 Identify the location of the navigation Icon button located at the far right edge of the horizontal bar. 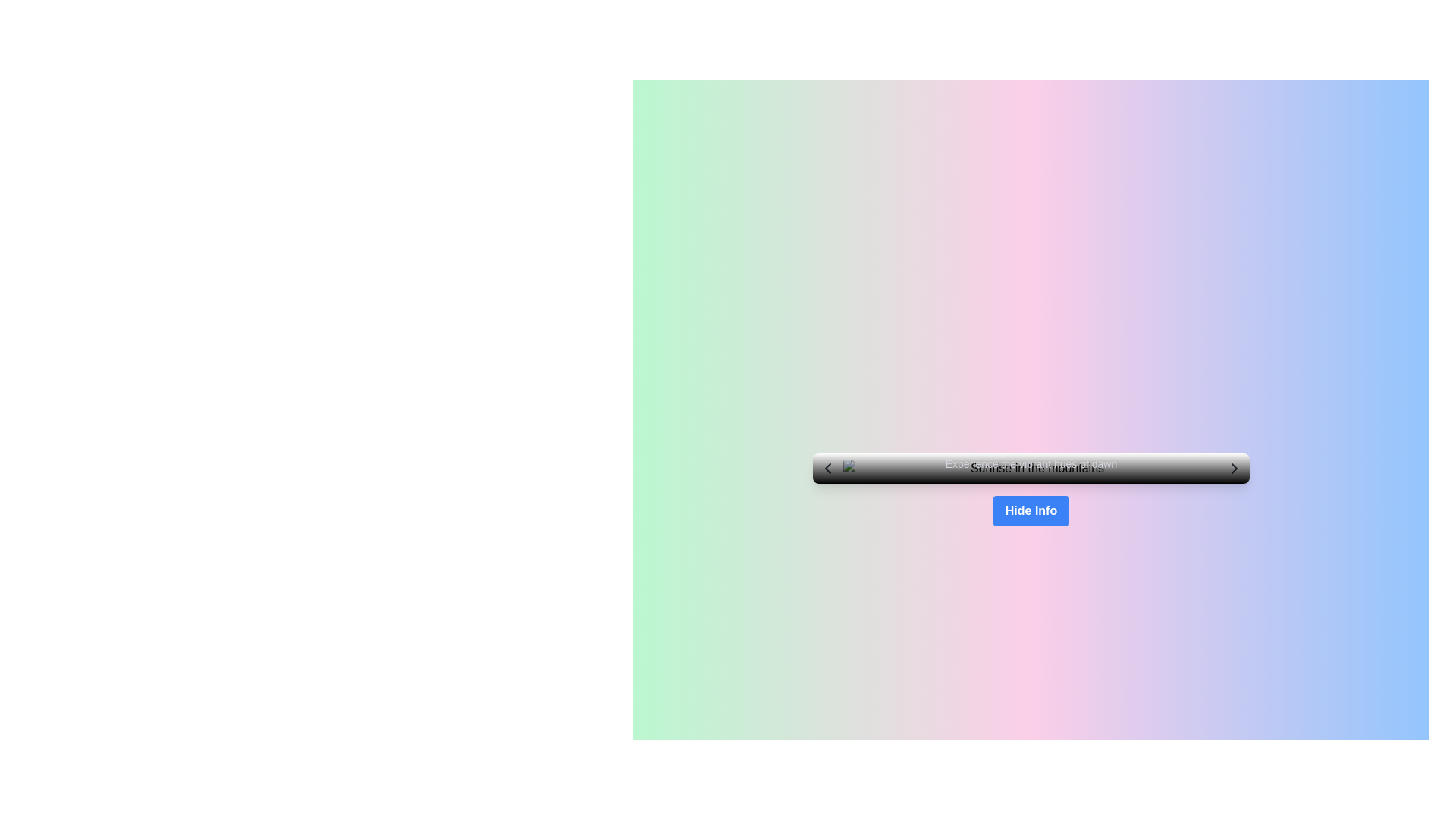
(1234, 467).